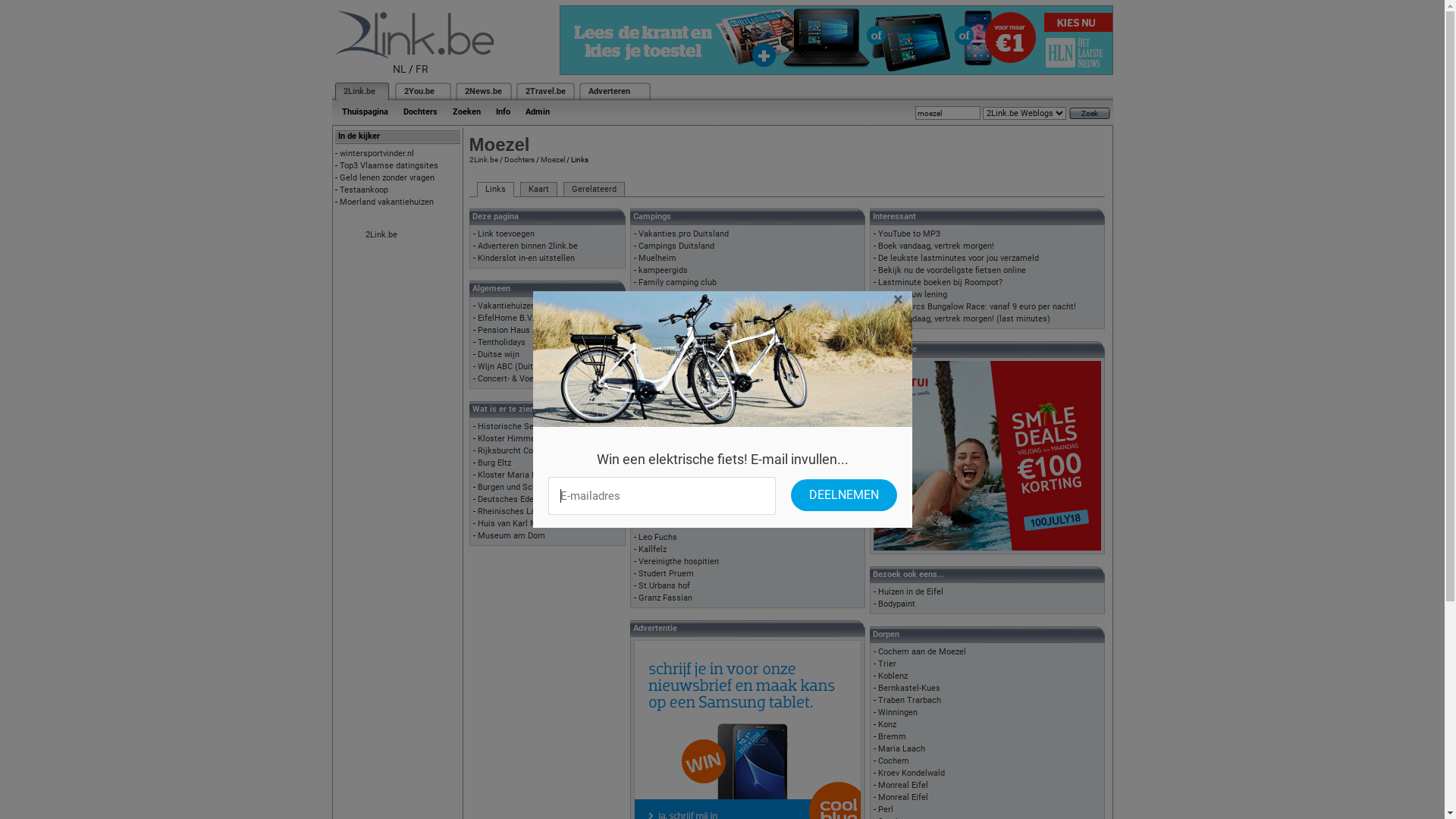 The width and height of the screenshot is (1456, 819). What do you see at coordinates (877, 700) in the screenshot?
I see `'Traben Trarbach'` at bounding box center [877, 700].